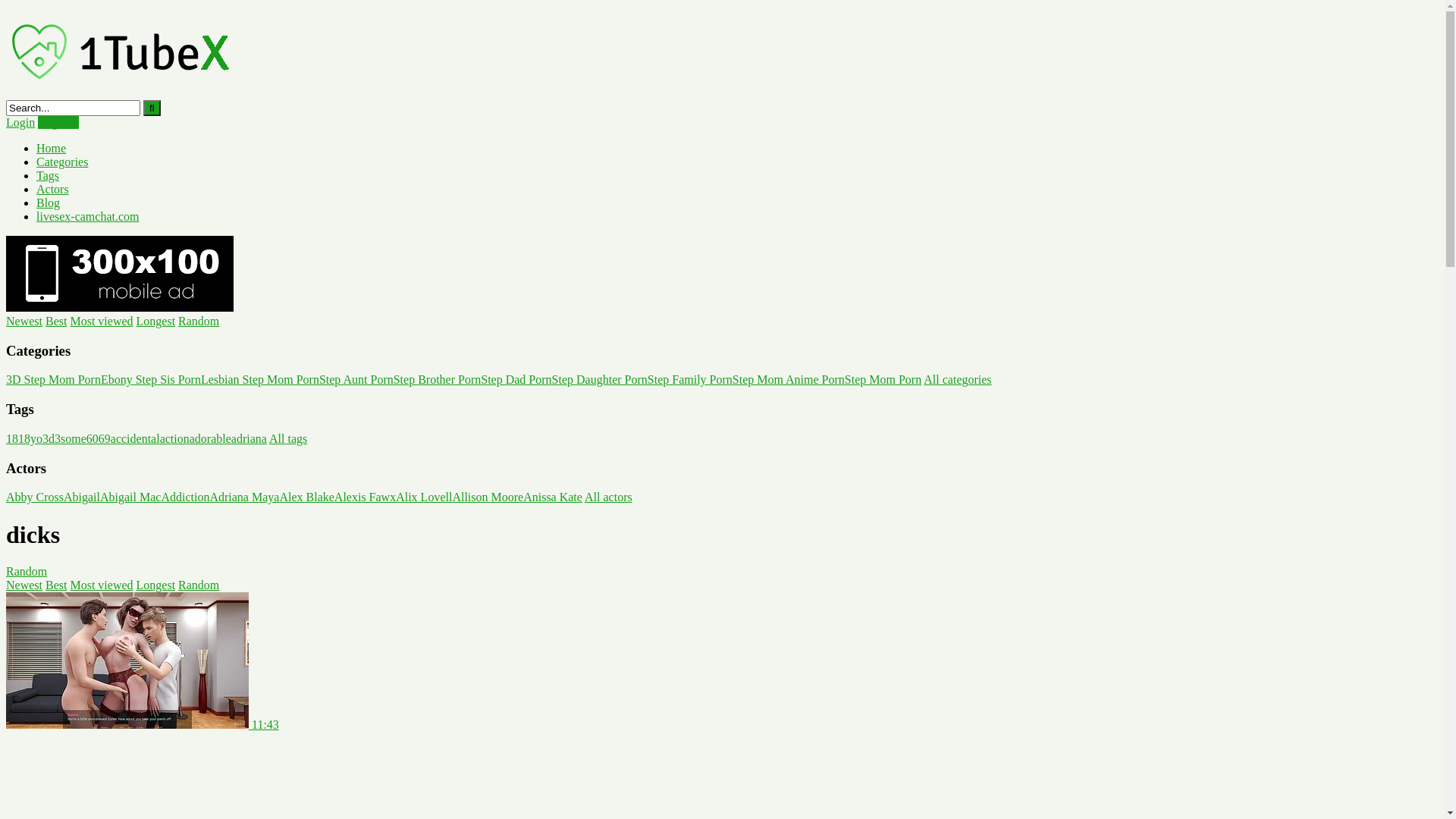 Image resolution: width=1456 pixels, height=819 pixels. What do you see at coordinates (198, 584) in the screenshot?
I see `'Random'` at bounding box center [198, 584].